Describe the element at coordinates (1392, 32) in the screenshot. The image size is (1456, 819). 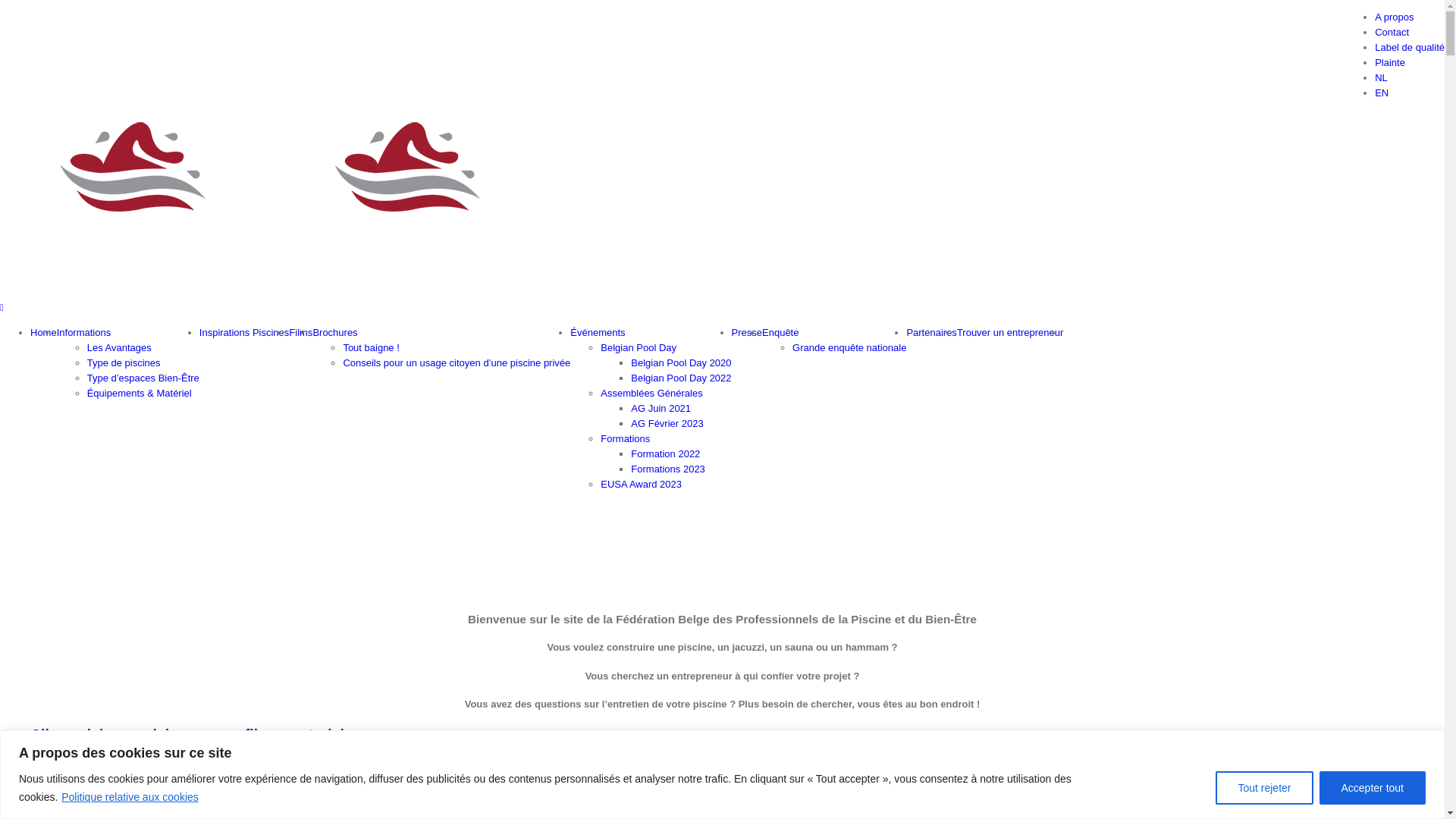
I see `'Contact'` at that location.